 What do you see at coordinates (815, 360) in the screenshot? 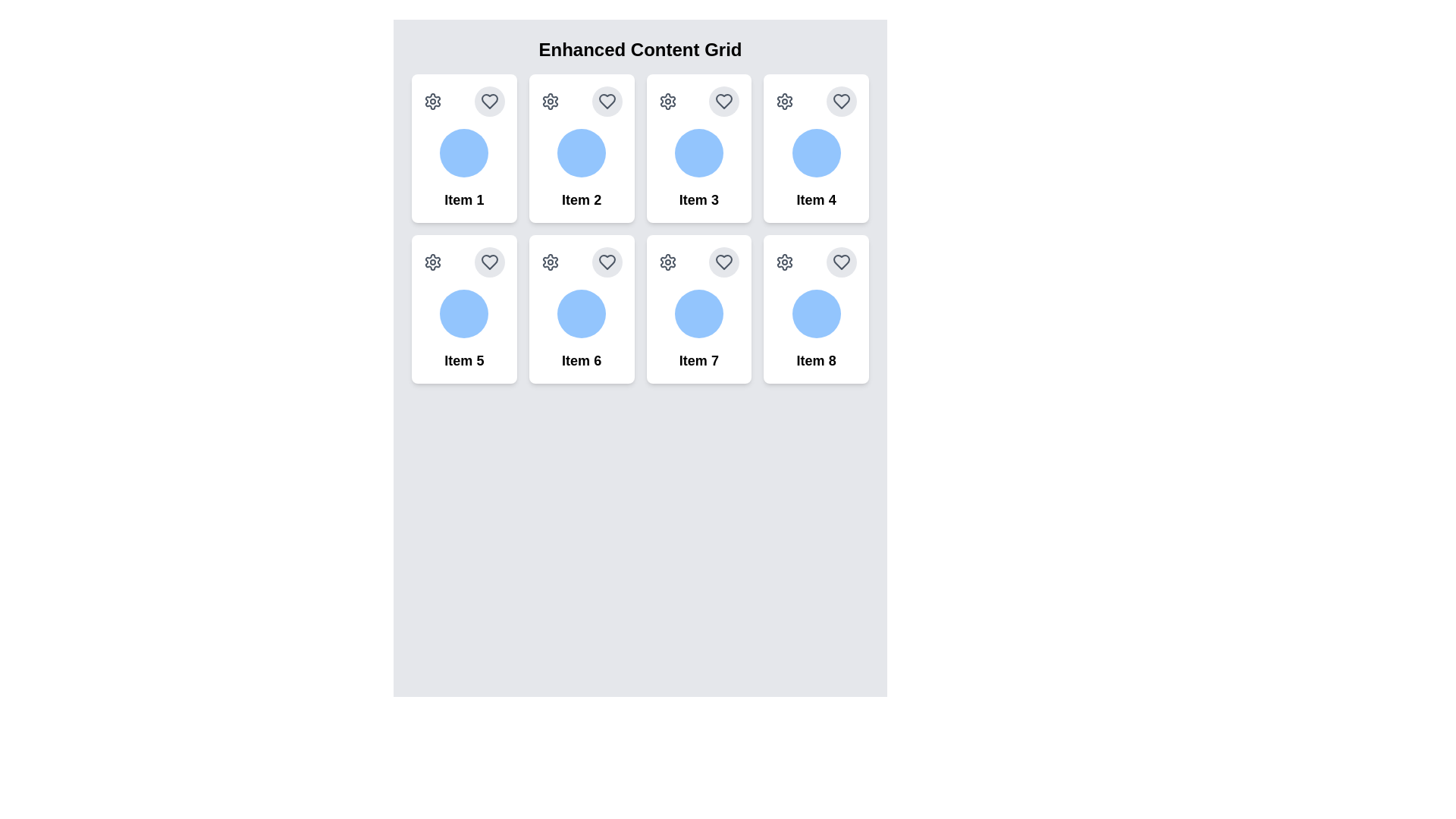
I see `the 'Item 8' text label located at the bottom of the fourth card in the second row of the grid layout` at bounding box center [815, 360].